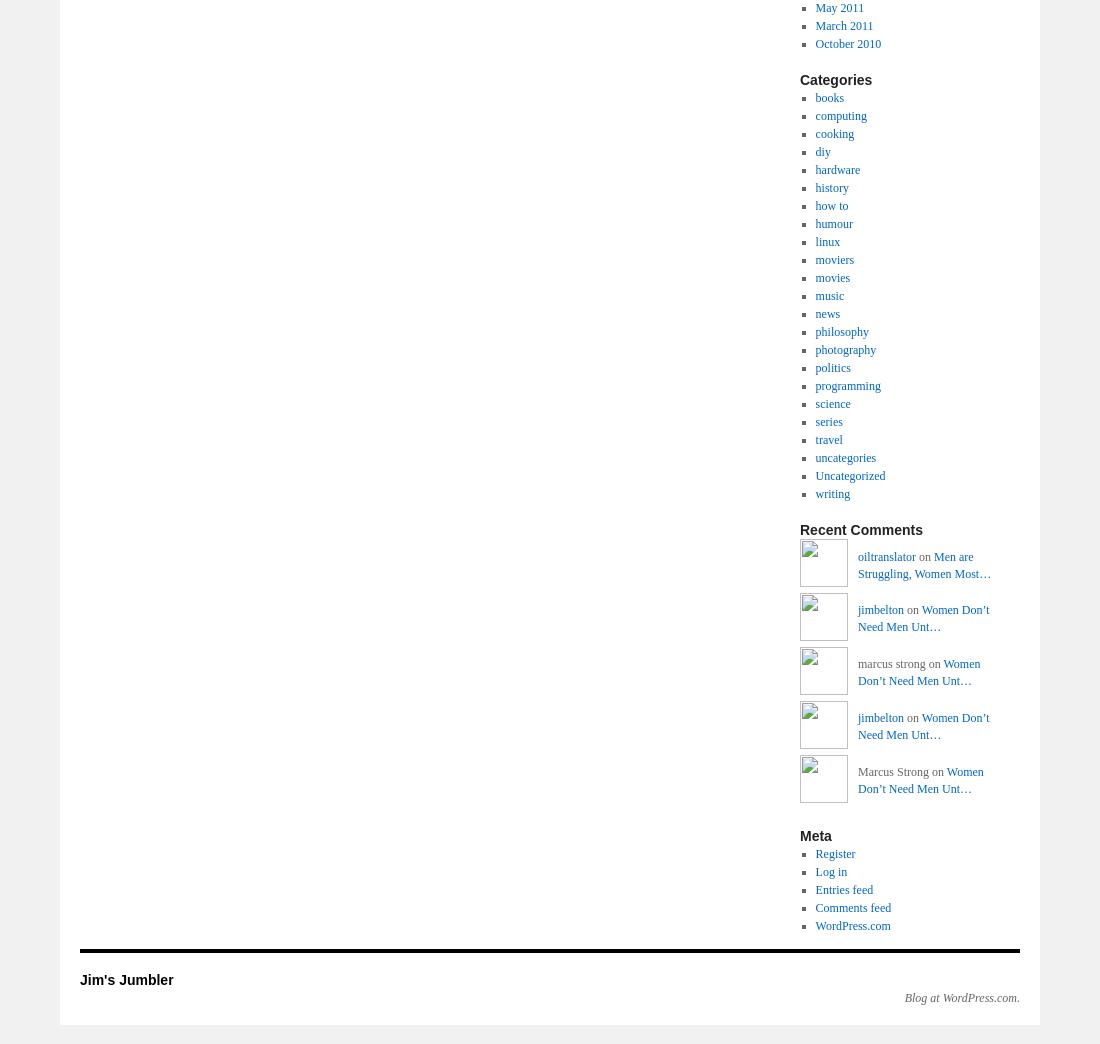  Describe the element at coordinates (814, 331) in the screenshot. I see `'philosophy'` at that location.